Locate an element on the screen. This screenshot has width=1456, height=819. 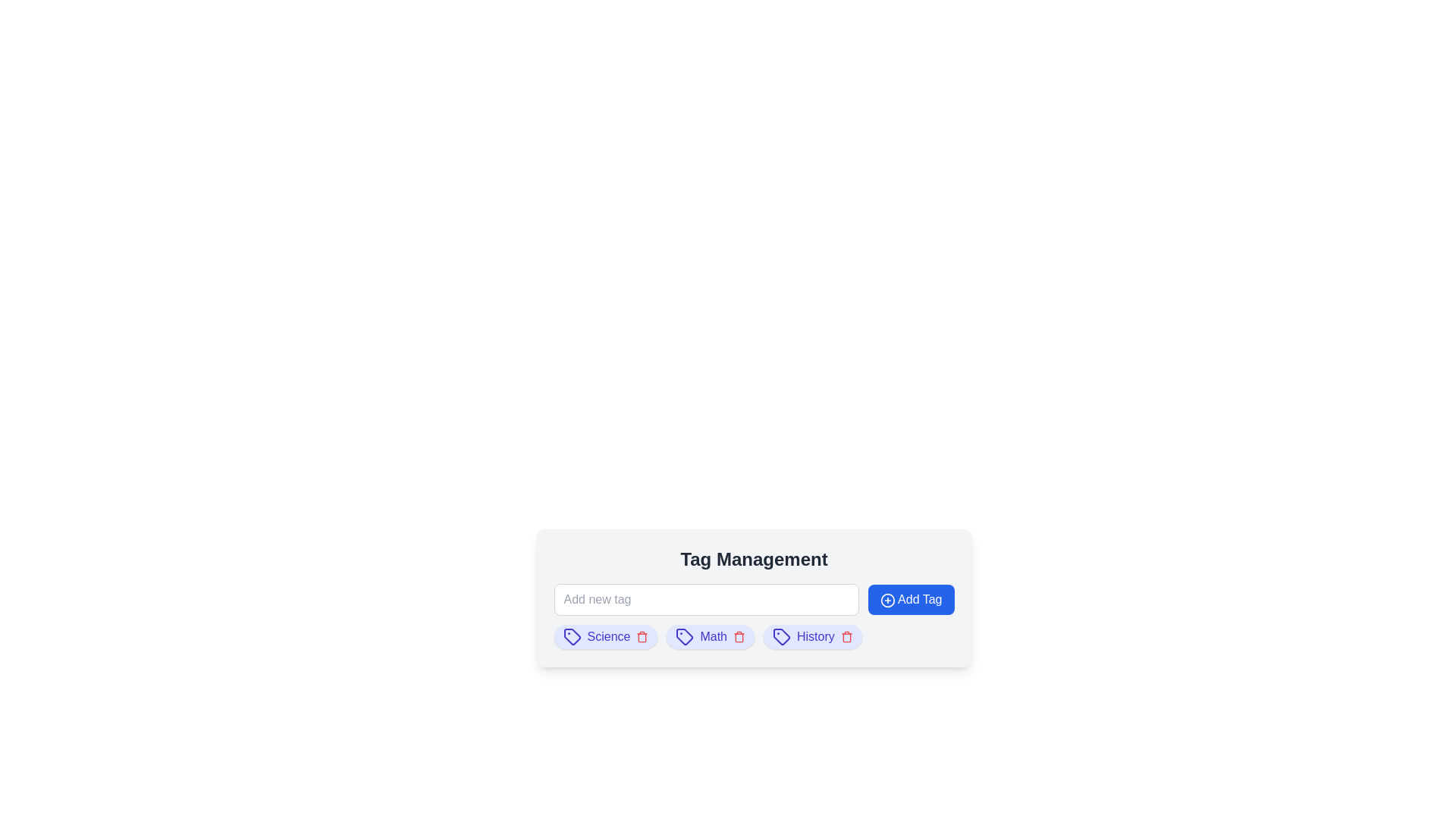
the blue outlined tag icon with a circular detail located to the left of the 'History' text is located at coordinates (782, 637).